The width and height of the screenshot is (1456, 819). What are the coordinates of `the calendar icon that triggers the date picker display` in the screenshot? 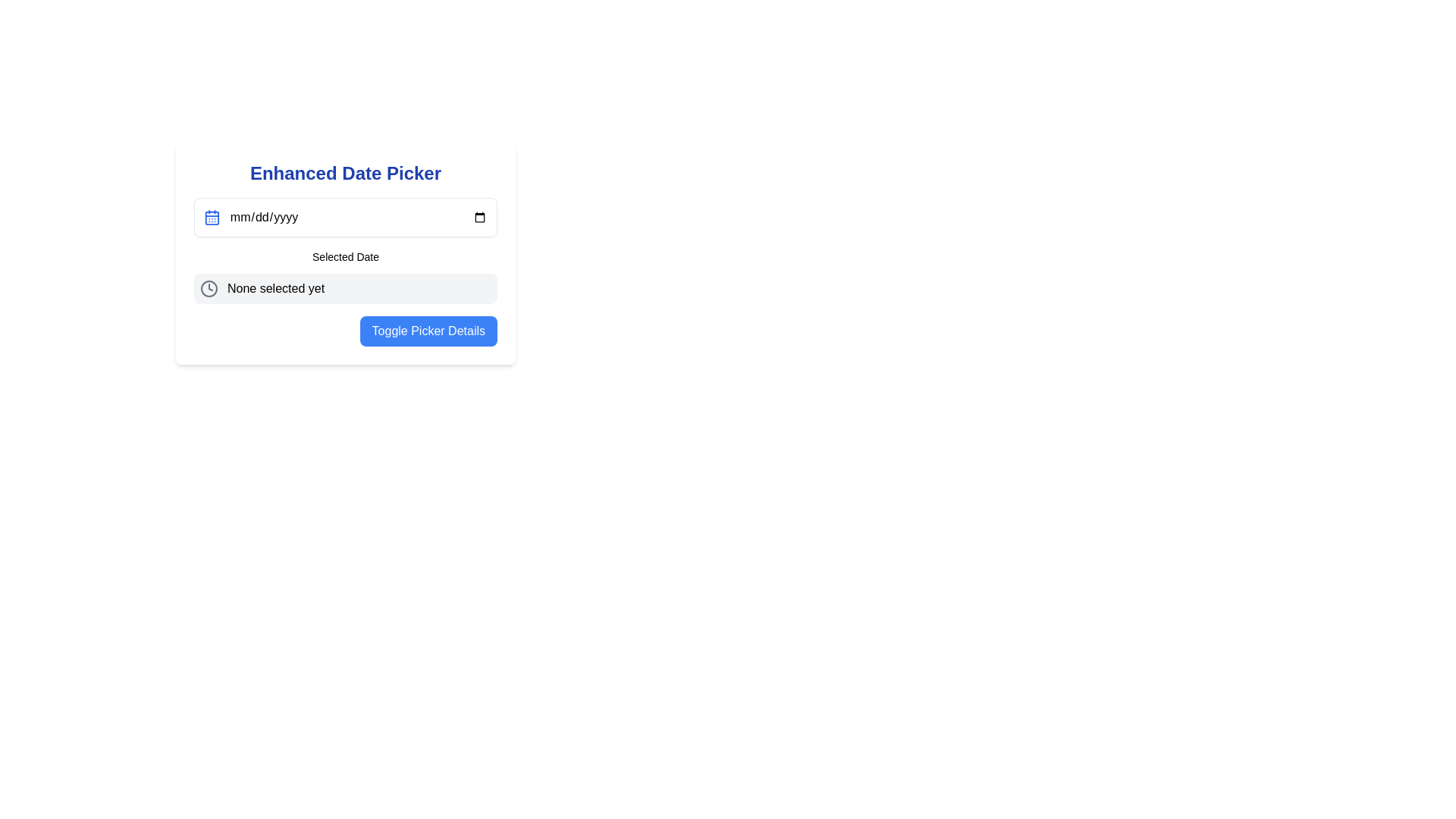 It's located at (211, 217).